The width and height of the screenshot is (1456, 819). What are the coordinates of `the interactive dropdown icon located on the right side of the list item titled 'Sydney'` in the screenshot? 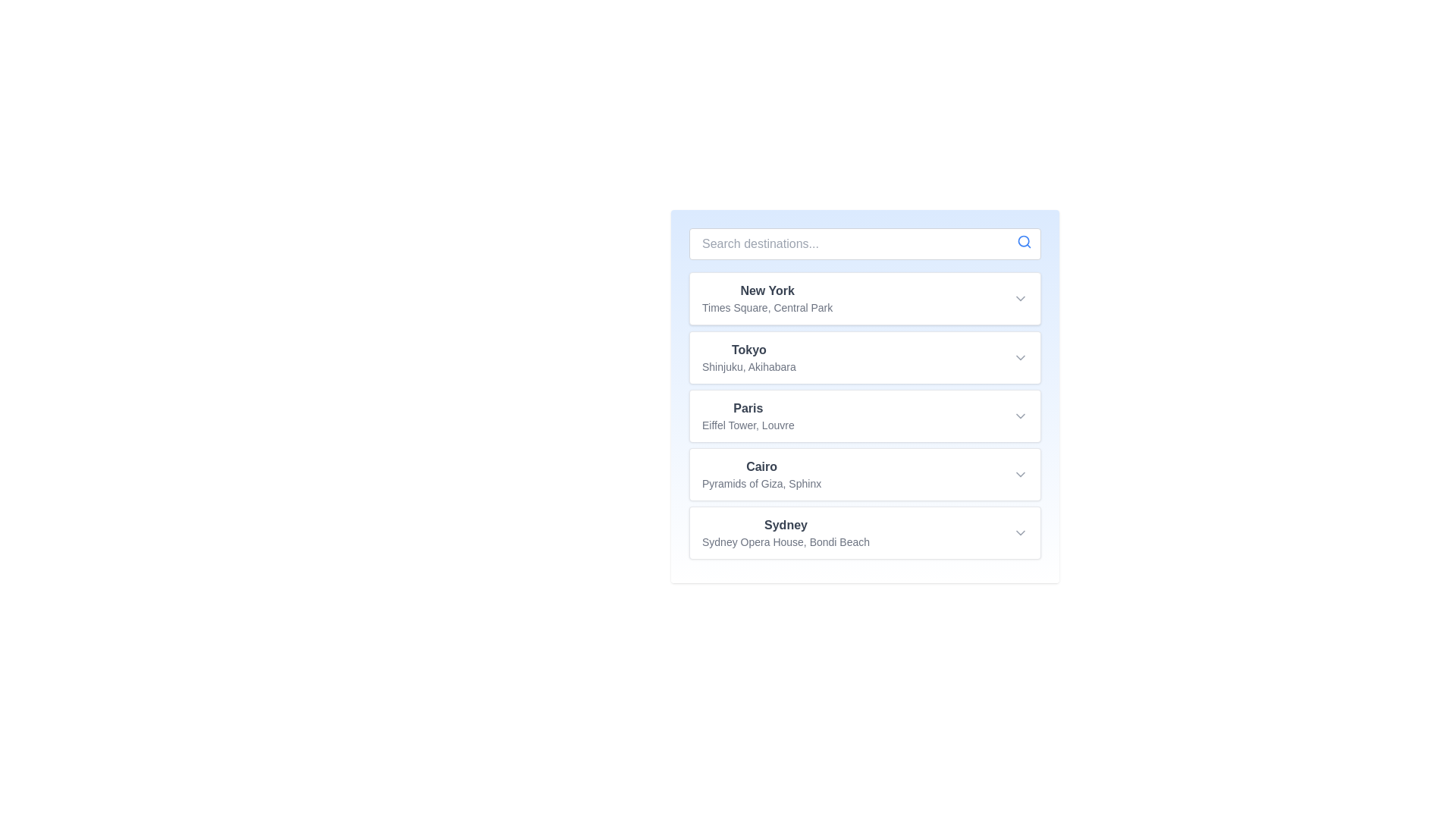 It's located at (1020, 532).